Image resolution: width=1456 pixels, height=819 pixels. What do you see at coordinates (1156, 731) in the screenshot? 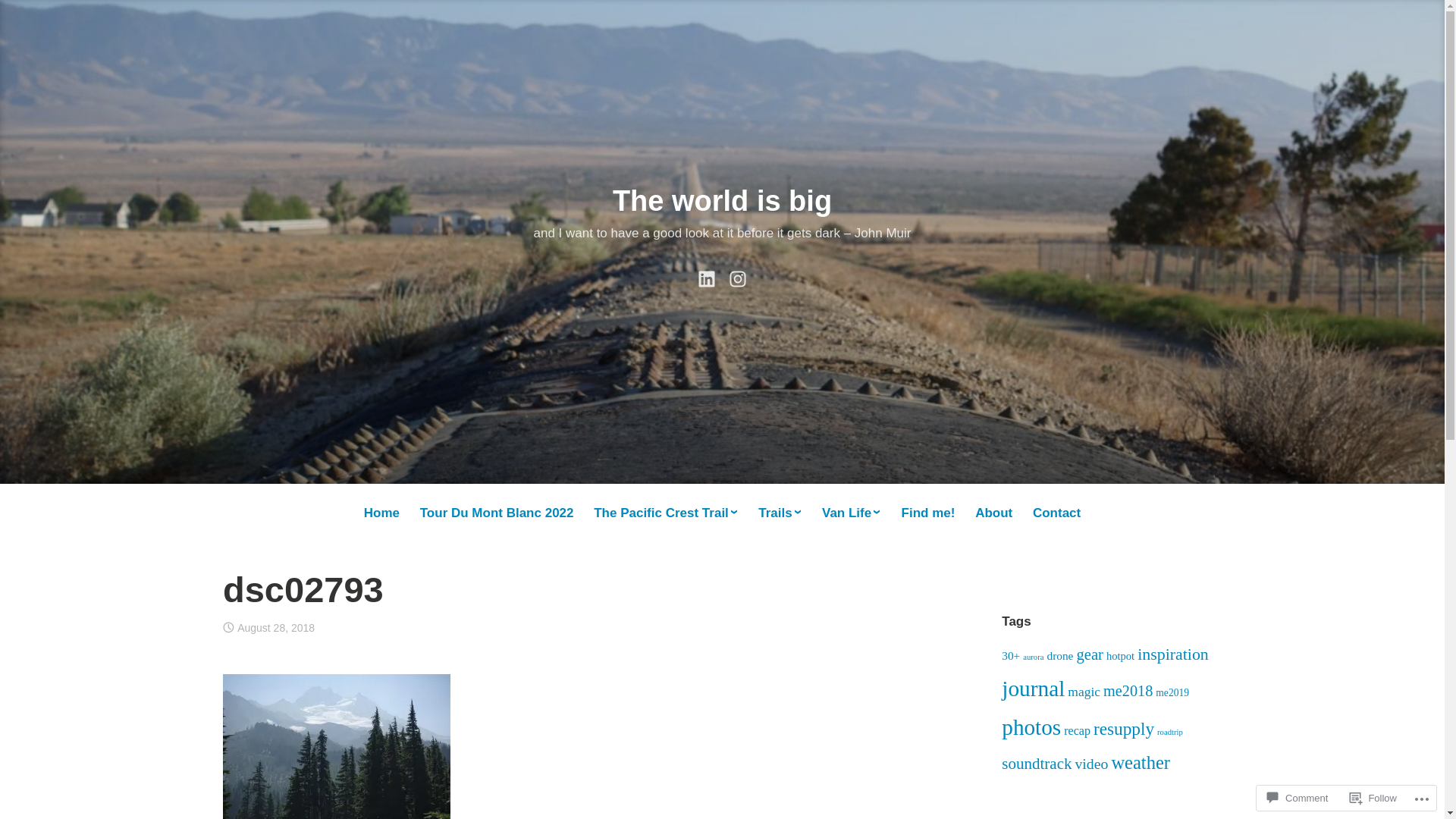
I see `'roadtrip'` at bounding box center [1156, 731].